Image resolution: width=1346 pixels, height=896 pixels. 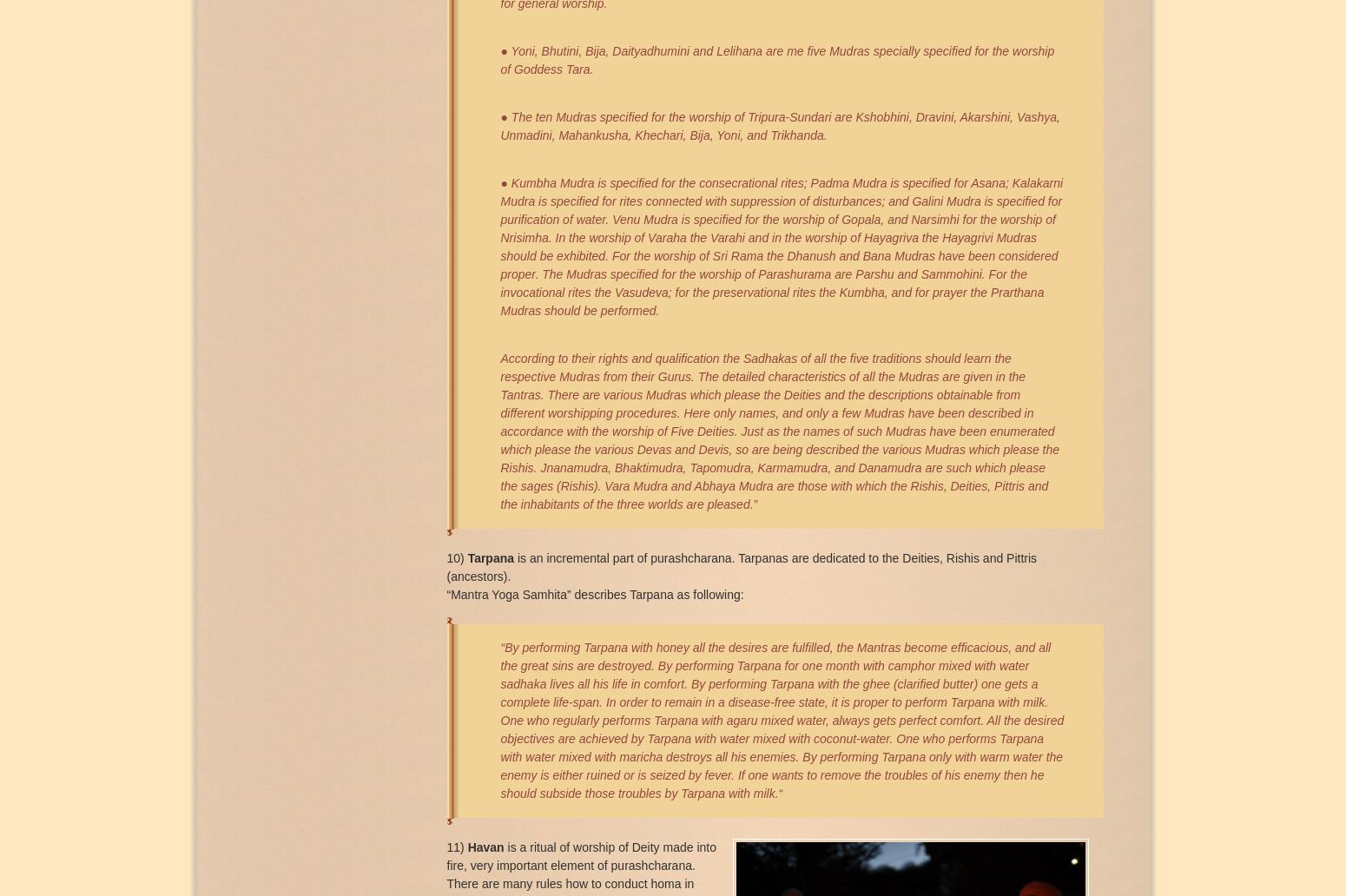 I want to click on '● The ten Mudras speciﬁed for the worship of Tripura-Sundari are Kshobhini, Dravini, Akarshini, Vashya, Unmadini, Mahankusha, Khechari, Bija, Yoni, and Trikhanda.', so click(x=499, y=124).